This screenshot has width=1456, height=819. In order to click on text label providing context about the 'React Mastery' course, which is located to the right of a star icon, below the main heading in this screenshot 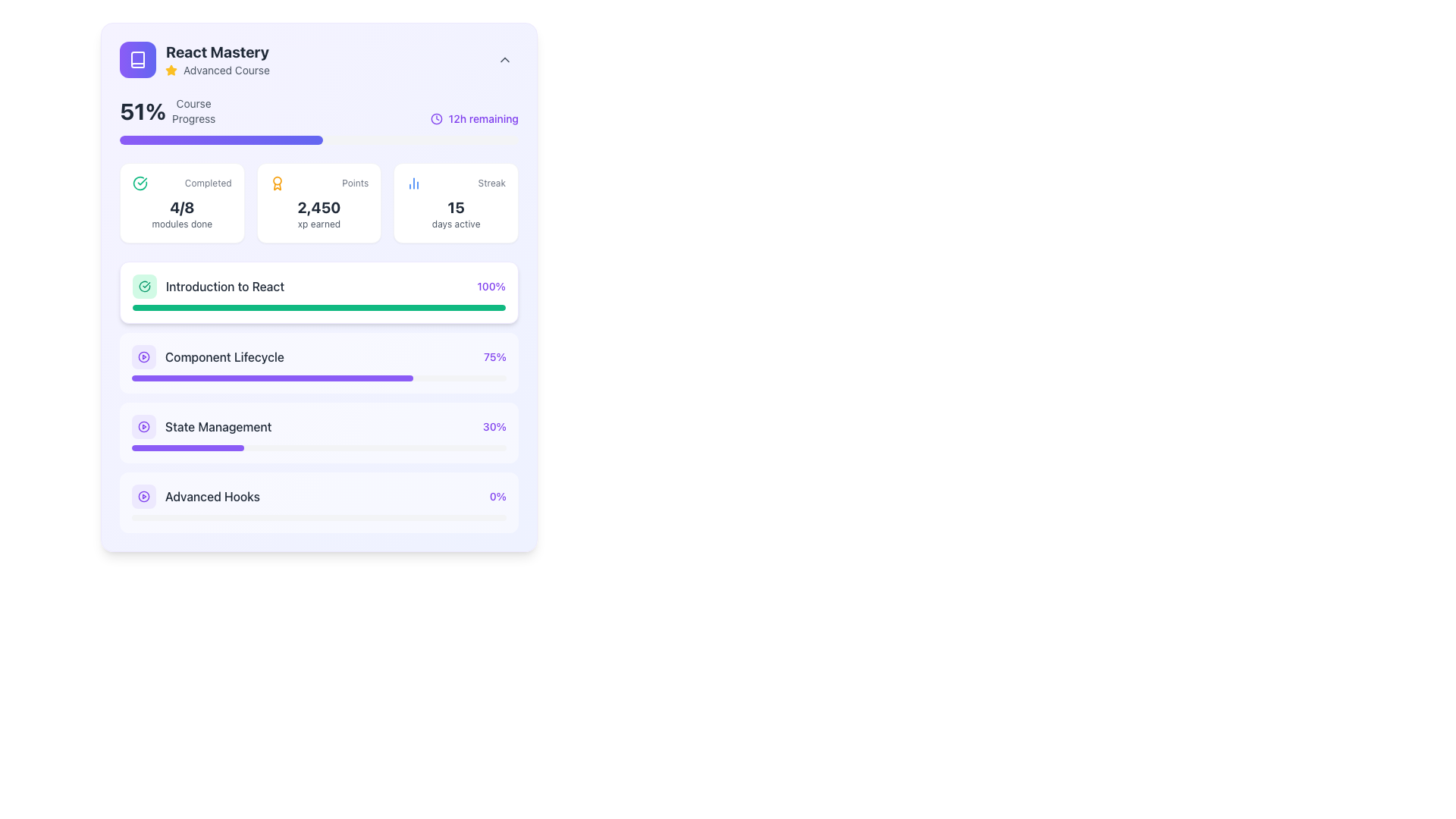, I will do `click(225, 70)`.